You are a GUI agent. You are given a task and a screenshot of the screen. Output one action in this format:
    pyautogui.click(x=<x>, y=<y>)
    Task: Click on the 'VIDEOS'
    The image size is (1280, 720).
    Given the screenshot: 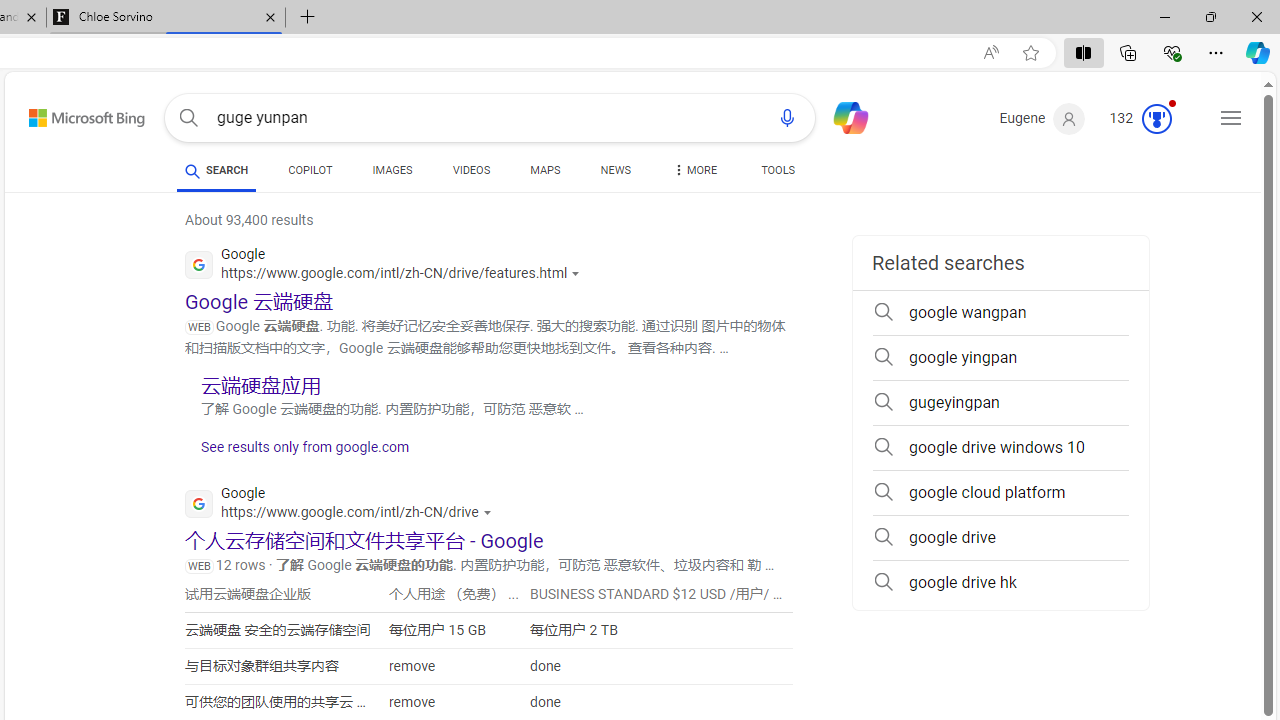 What is the action you would take?
    pyautogui.click(x=470, y=170)
    